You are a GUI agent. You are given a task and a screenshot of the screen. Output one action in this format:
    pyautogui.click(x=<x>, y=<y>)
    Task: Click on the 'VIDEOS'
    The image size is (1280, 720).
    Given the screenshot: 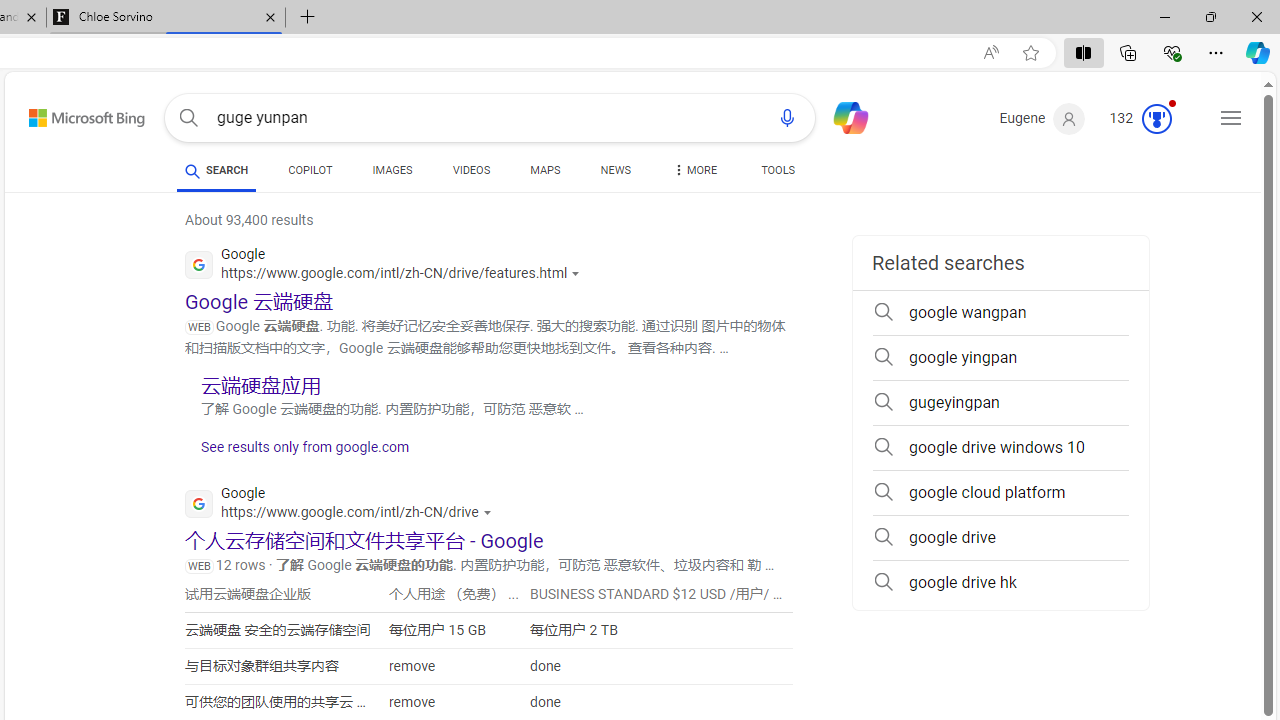 What is the action you would take?
    pyautogui.click(x=470, y=170)
    